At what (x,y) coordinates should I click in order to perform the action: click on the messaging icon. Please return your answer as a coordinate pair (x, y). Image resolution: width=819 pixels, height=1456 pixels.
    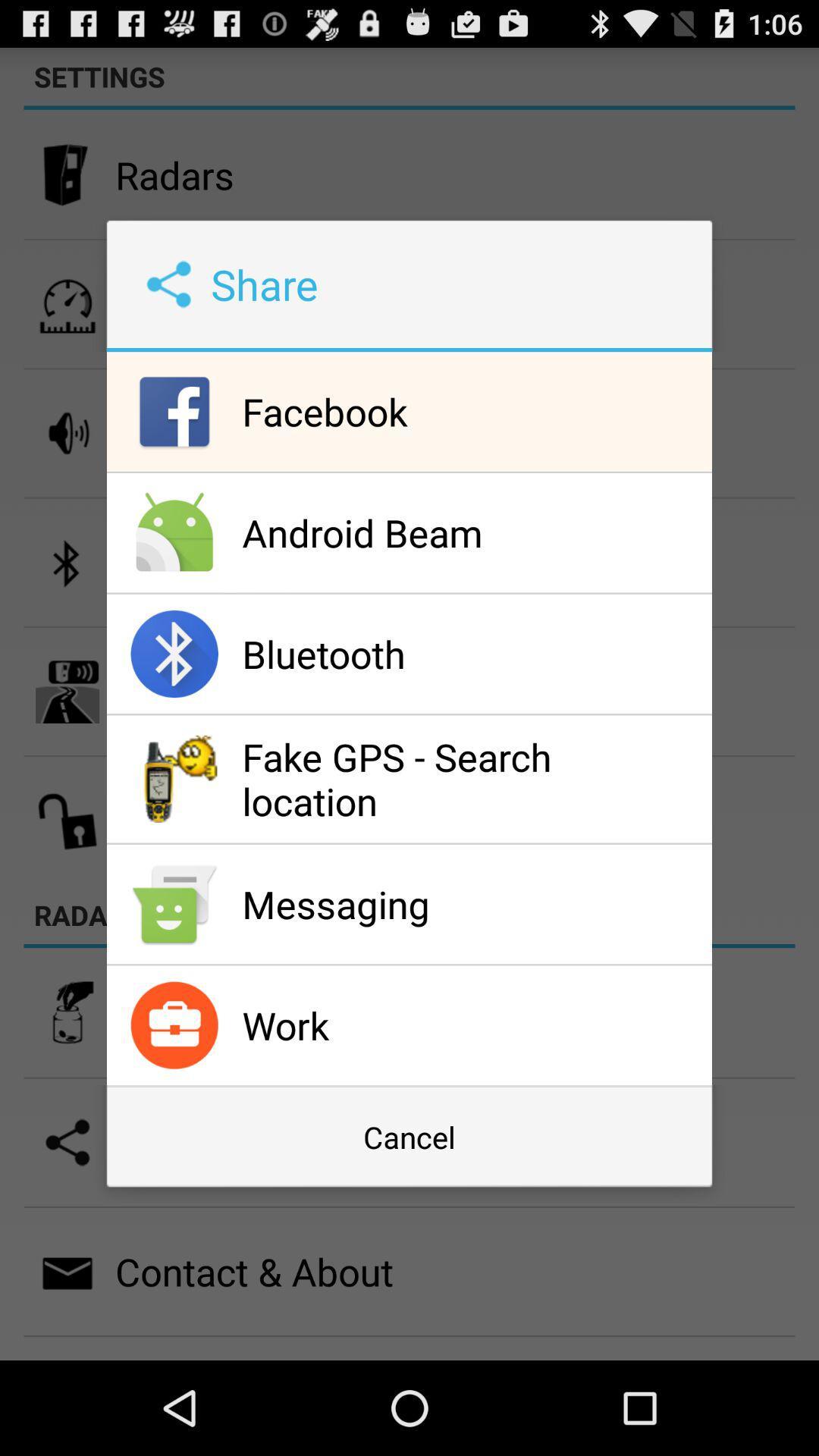
    Looking at the image, I should click on (472, 904).